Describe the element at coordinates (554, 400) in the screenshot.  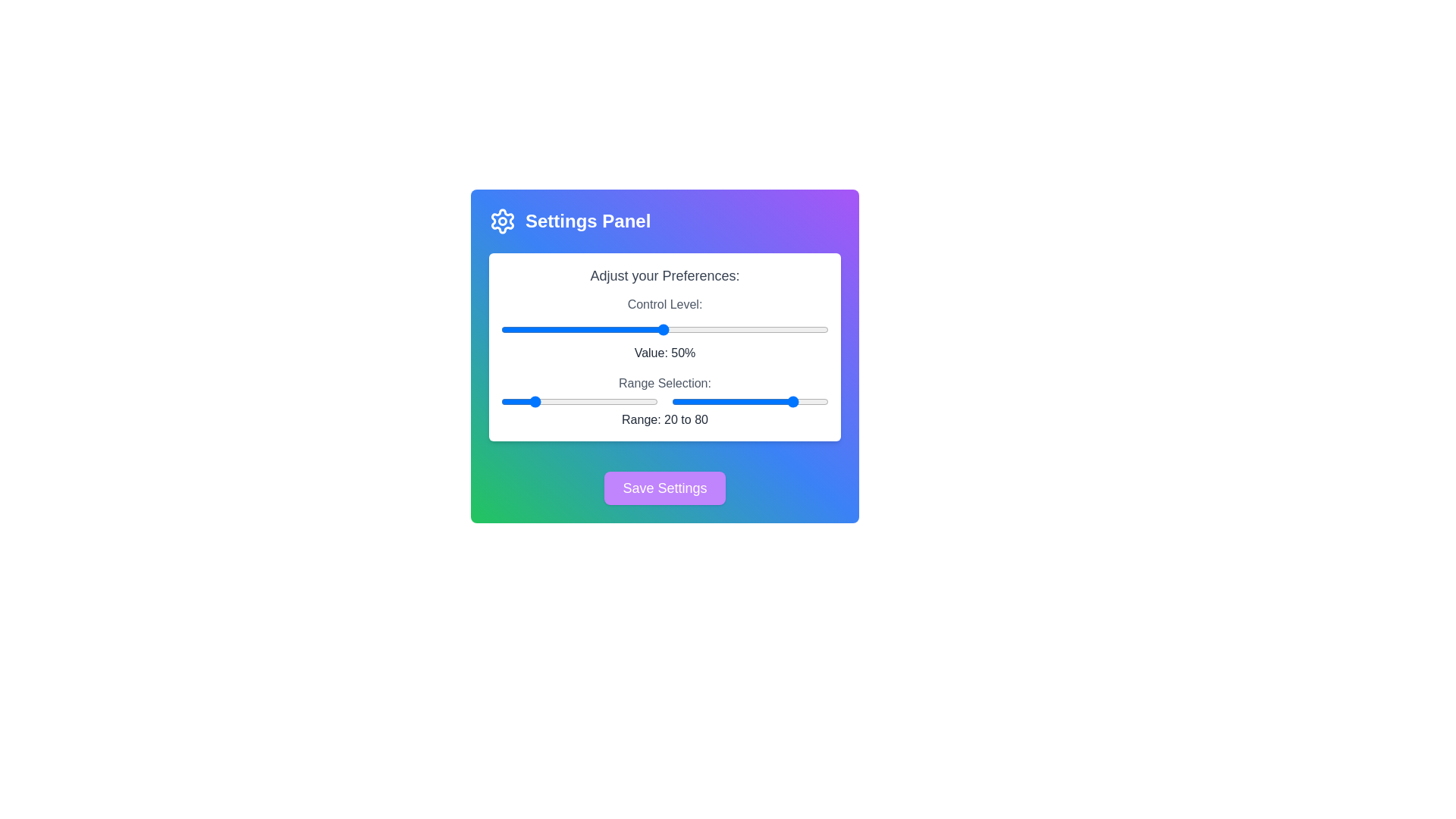
I see `the slider` at that location.